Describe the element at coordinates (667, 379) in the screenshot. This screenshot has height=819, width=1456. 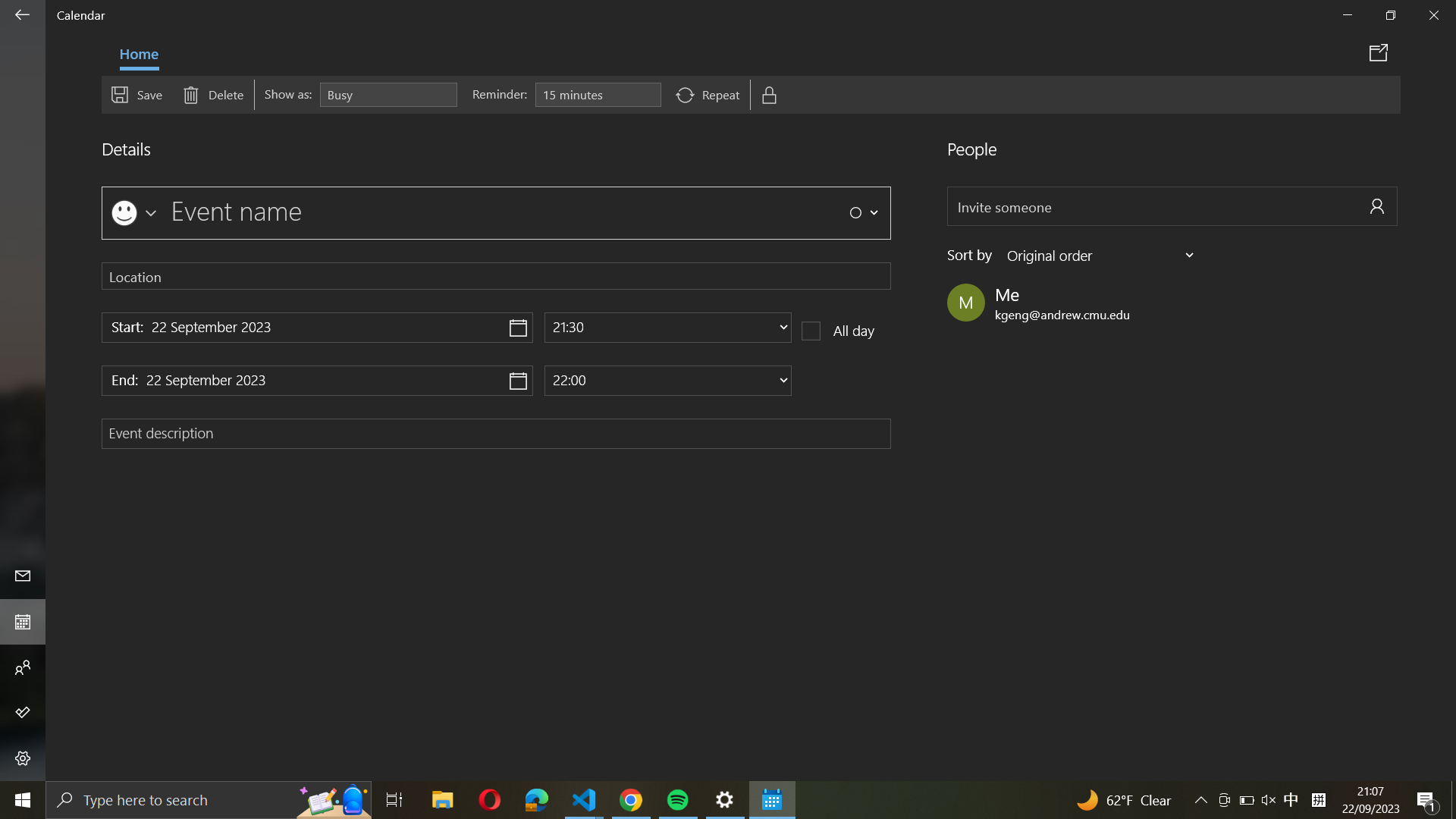
I see `Change the end time of the event to 7 PM` at that location.